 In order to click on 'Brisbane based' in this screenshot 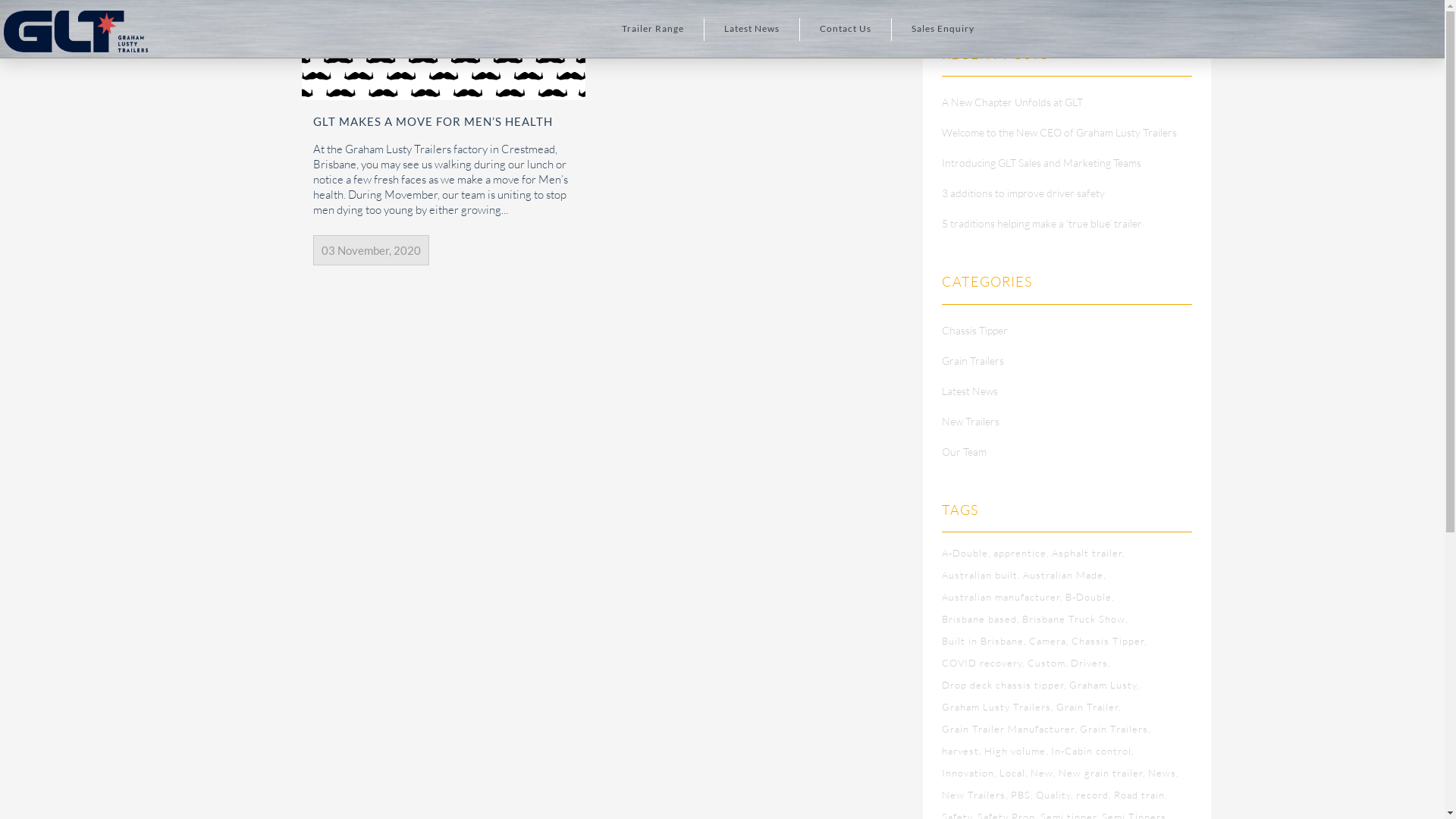, I will do `click(981, 619)`.